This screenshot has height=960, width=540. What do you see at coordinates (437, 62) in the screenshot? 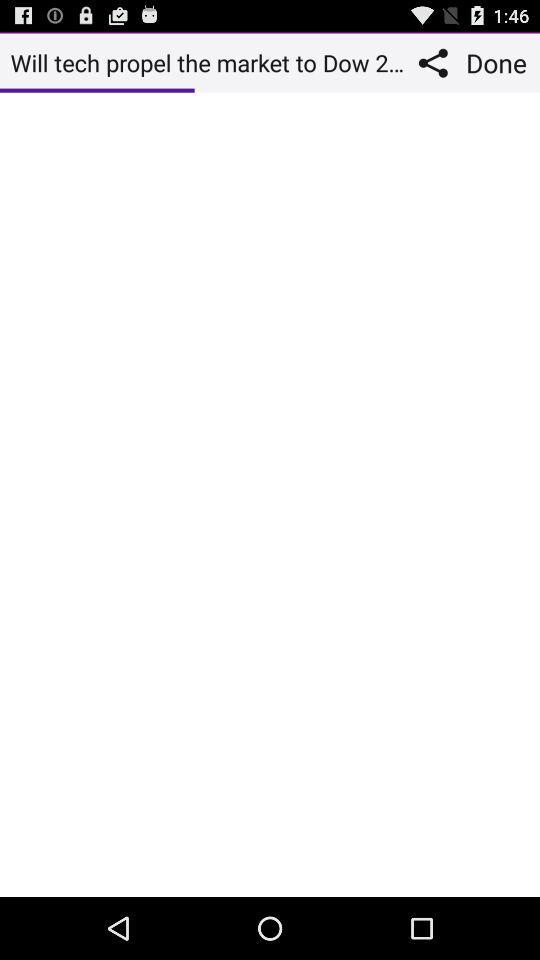
I see `the item next to will tech propel` at bounding box center [437, 62].